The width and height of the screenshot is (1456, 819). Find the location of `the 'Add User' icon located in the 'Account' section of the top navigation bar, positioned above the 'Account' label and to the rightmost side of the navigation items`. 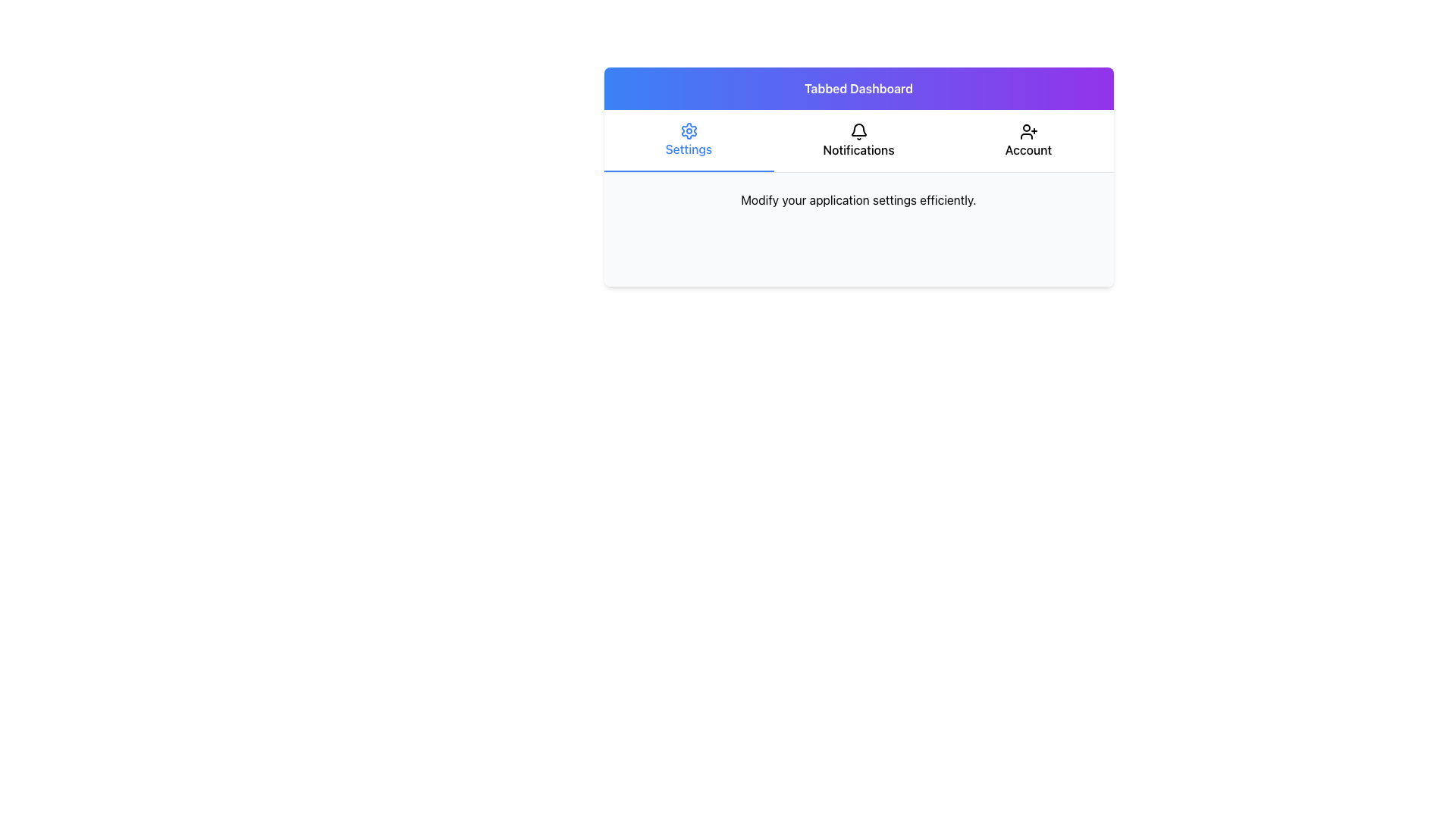

the 'Add User' icon located in the 'Account' section of the top navigation bar, positioned above the 'Account' label and to the rightmost side of the navigation items is located at coordinates (1028, 130).